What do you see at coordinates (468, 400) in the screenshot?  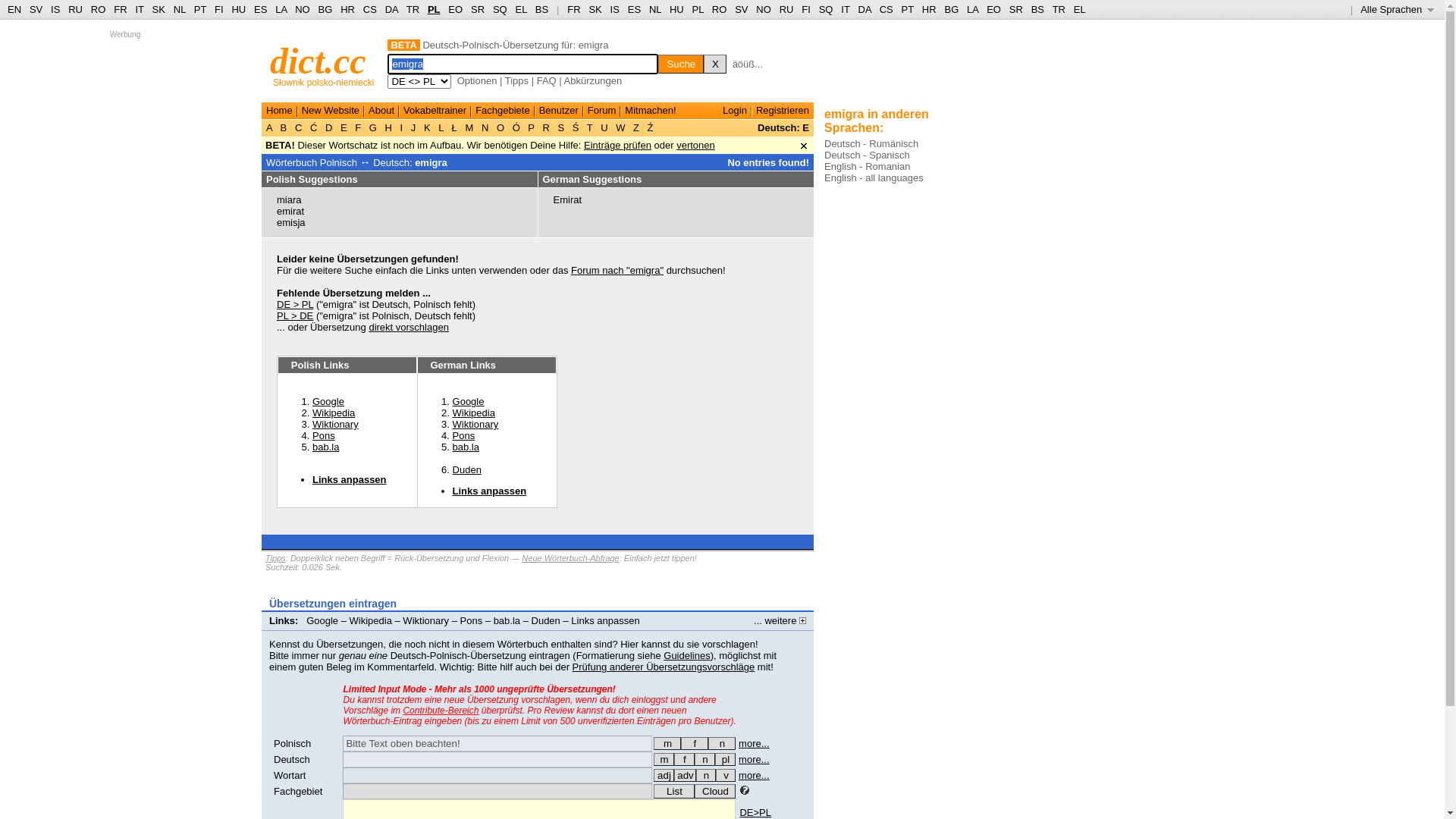 I see `'Google'` at bounding box center [468, 400].